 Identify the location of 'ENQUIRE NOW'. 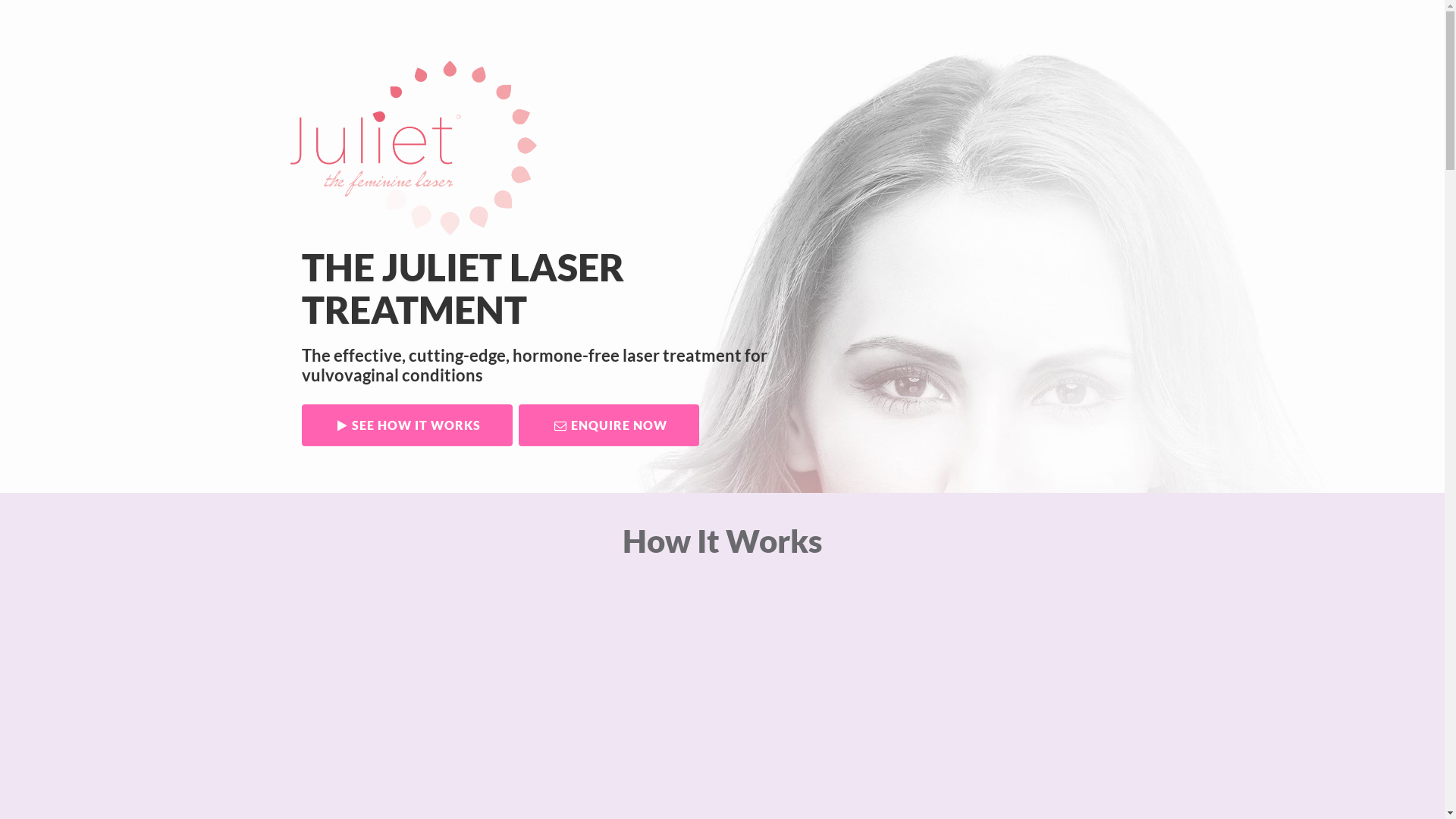
(608, 425).